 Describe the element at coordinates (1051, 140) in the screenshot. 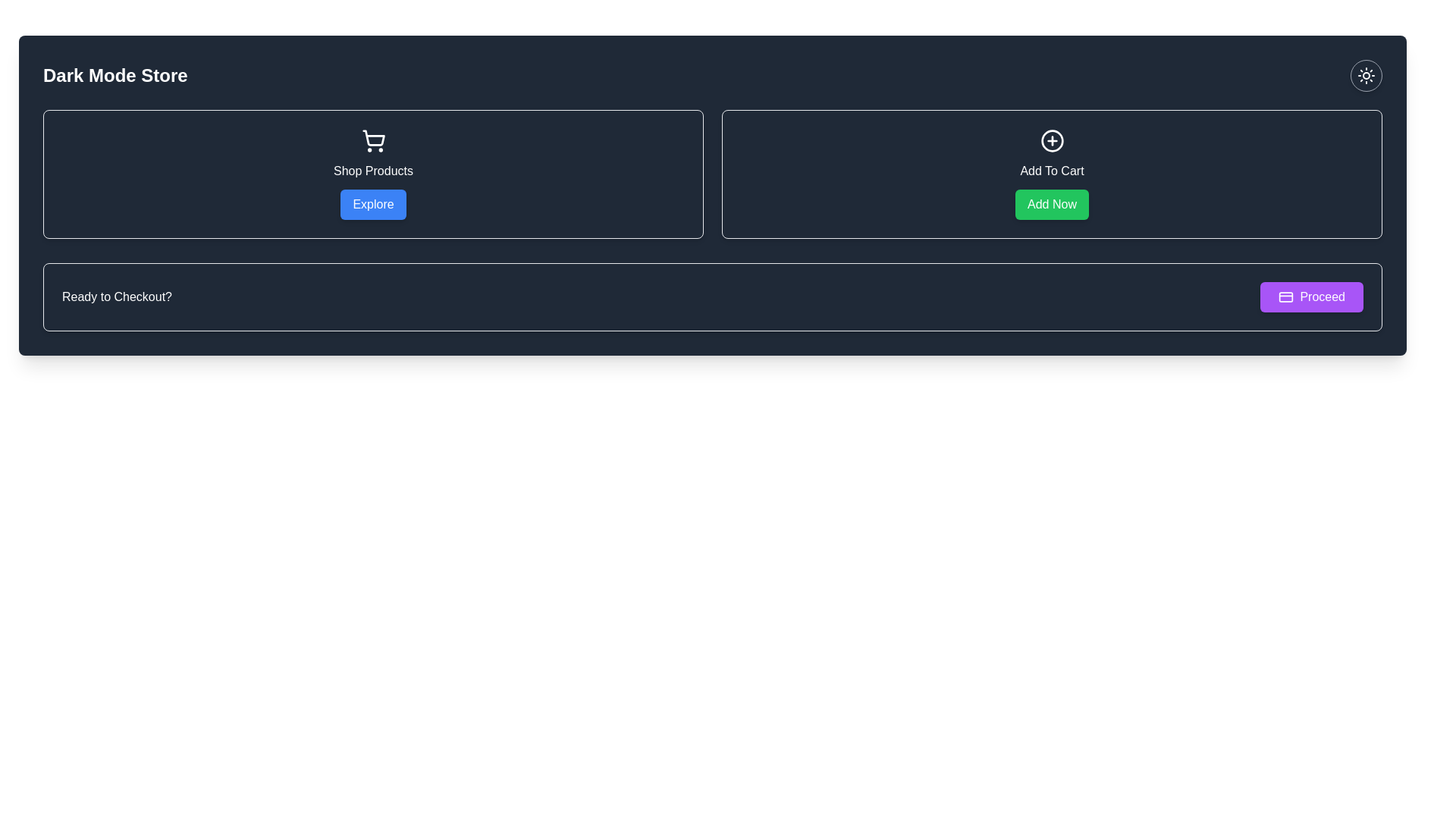

I see `the add item icon located at the top-middle of the dark rectangular panel containing the 'Add To Cart' label and the 'Add Now' button` at that location.